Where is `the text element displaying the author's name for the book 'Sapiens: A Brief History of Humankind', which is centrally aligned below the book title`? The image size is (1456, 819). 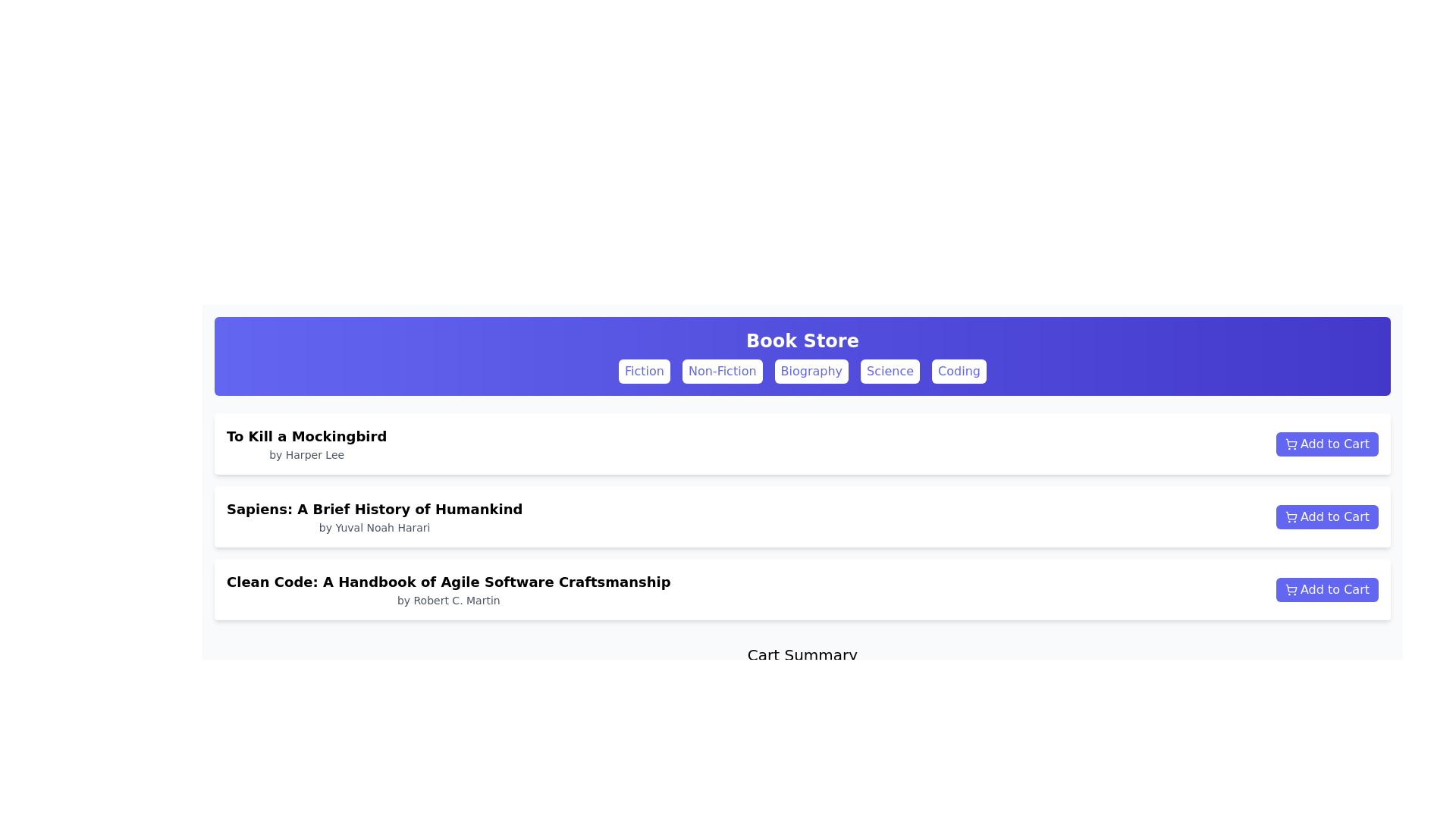
the text element displaying the author's name for the book 'Sapiens: A Brief History of Humankind', which is centrally aligned below the book title is located at coordinates (375, 526).